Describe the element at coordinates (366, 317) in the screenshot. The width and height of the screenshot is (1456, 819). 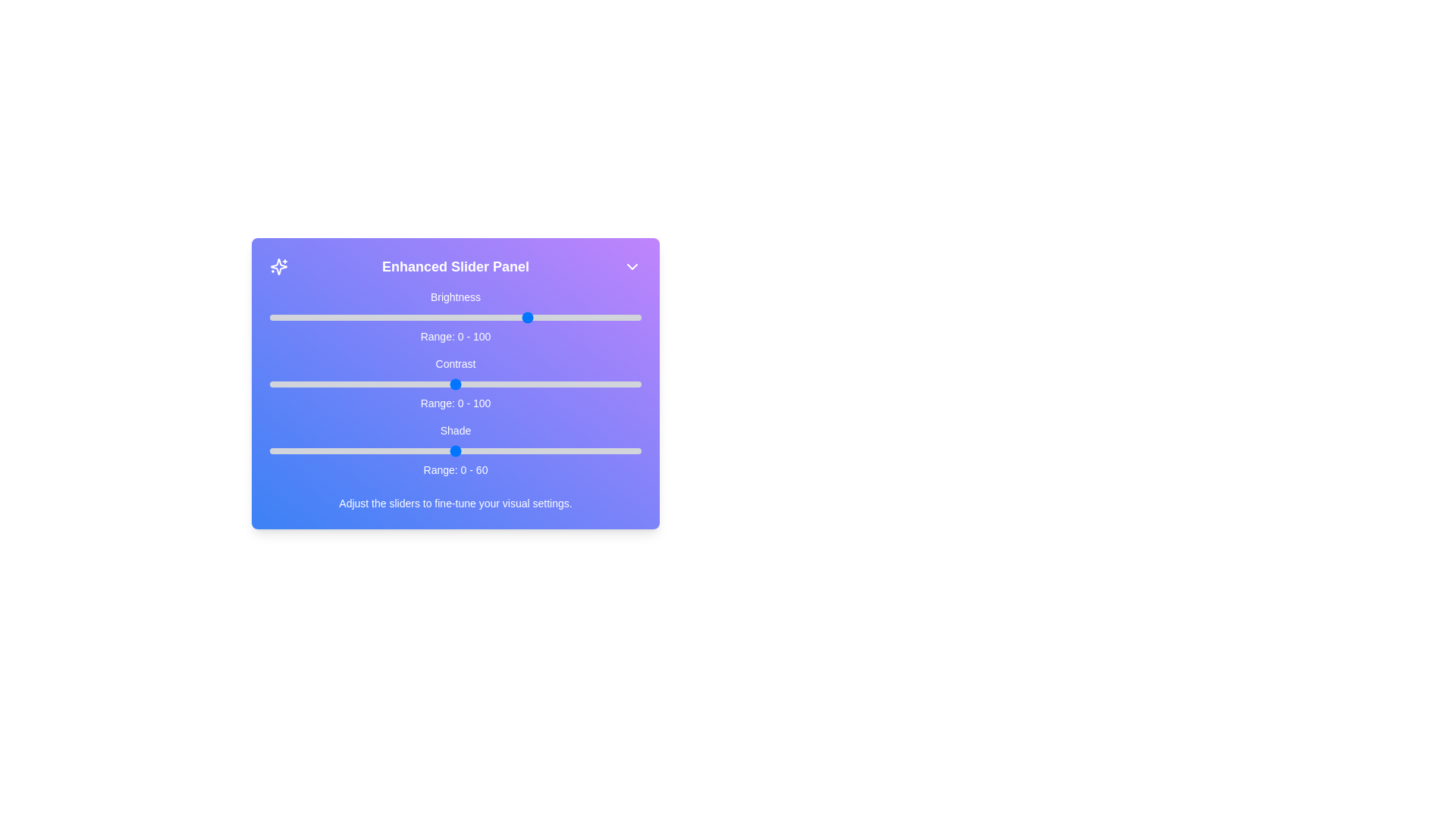
I see `the 0 slider to 26` at that location.